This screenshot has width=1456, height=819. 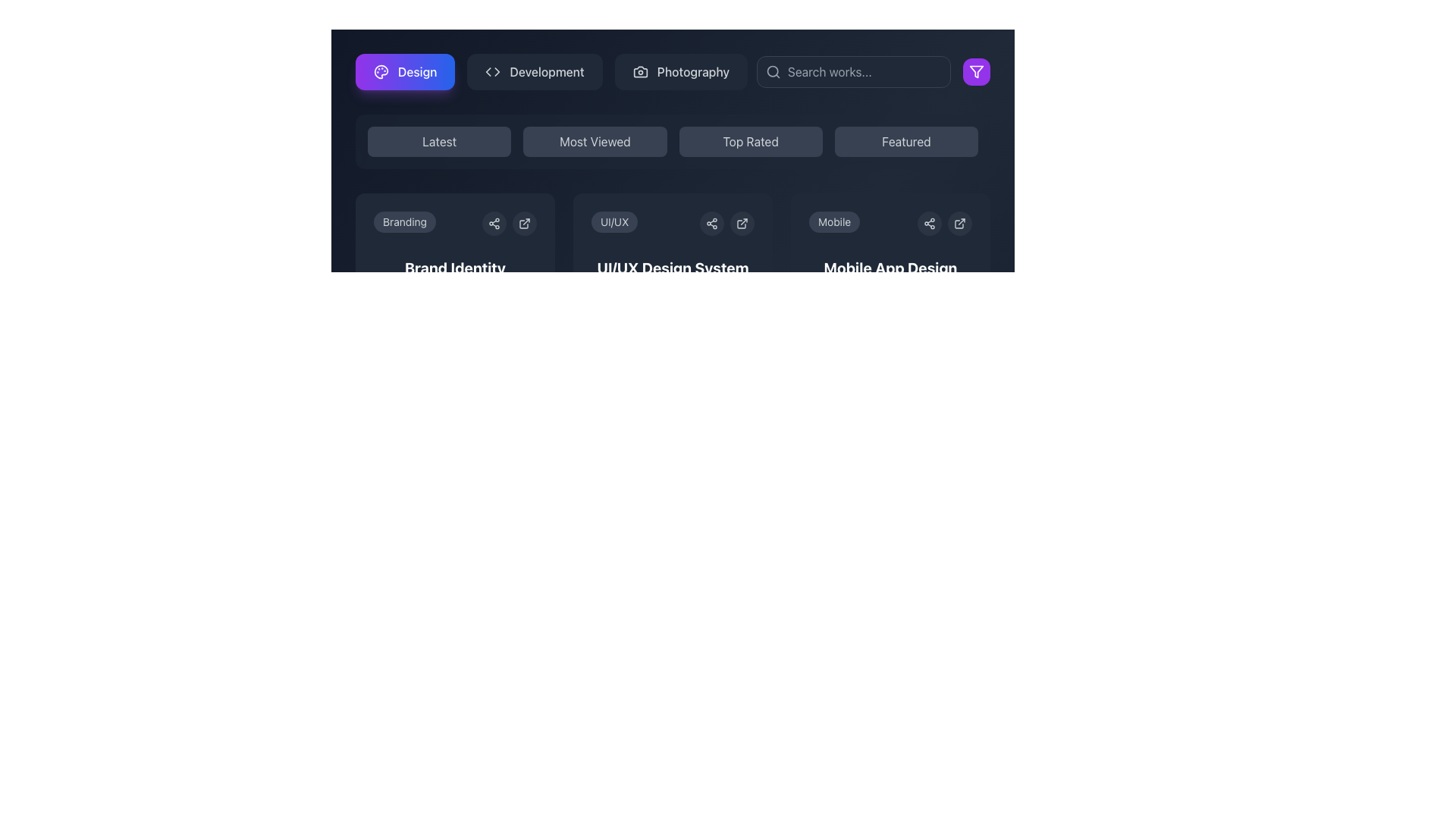 I want to click on the filter icon located in the top-right corner of the navigation header, which is part of a distinct purple button grouping, so click(x=976, y=72).